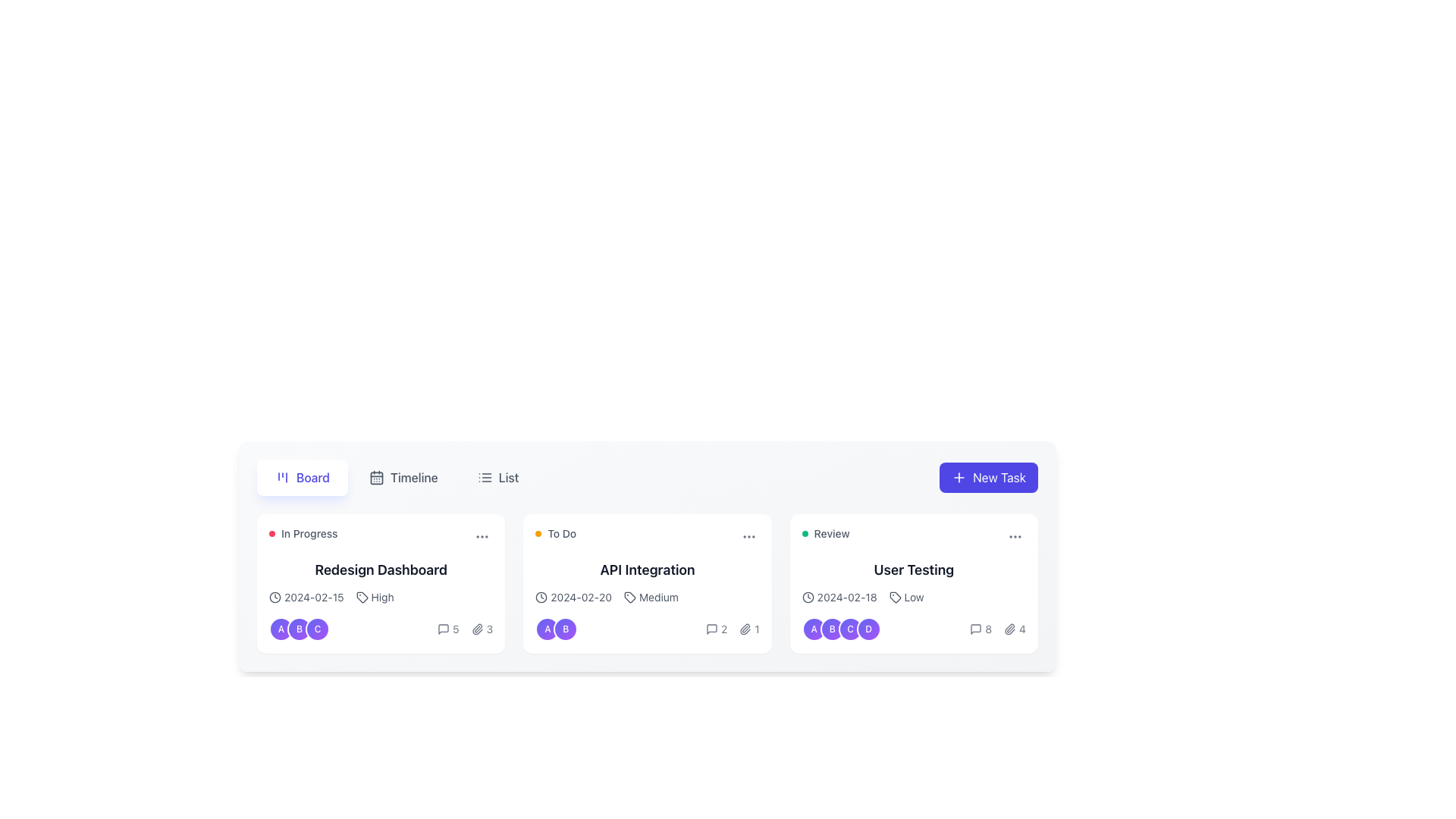  I want to click on the small paperclip icon located in the bottom right corner of the 'User Testing' card, so click(1010, 629).